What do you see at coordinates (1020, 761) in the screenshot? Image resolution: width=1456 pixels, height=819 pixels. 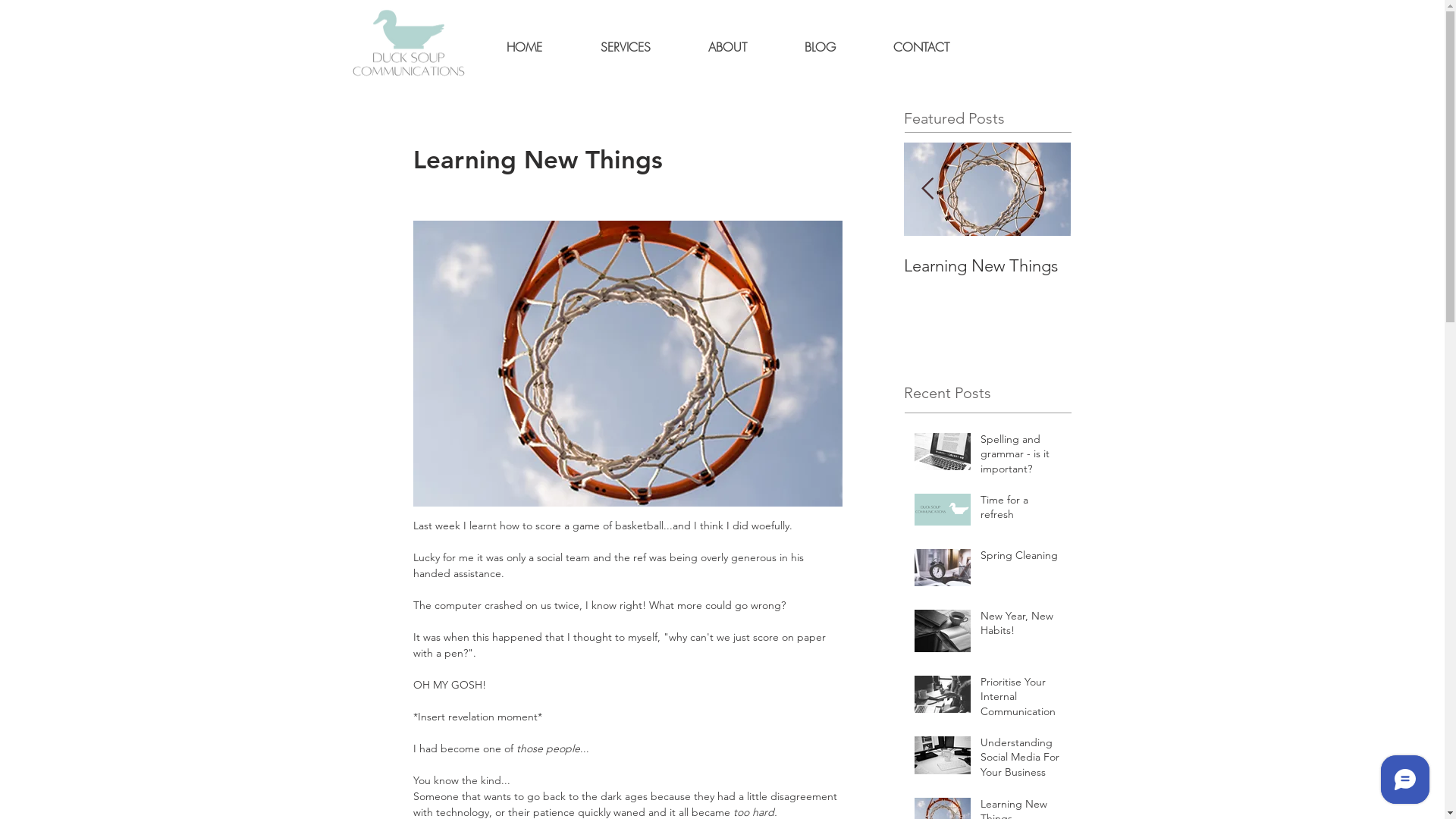 I see `'Understanding Social Media For Your Business'` at bounding box center [1020, 761].